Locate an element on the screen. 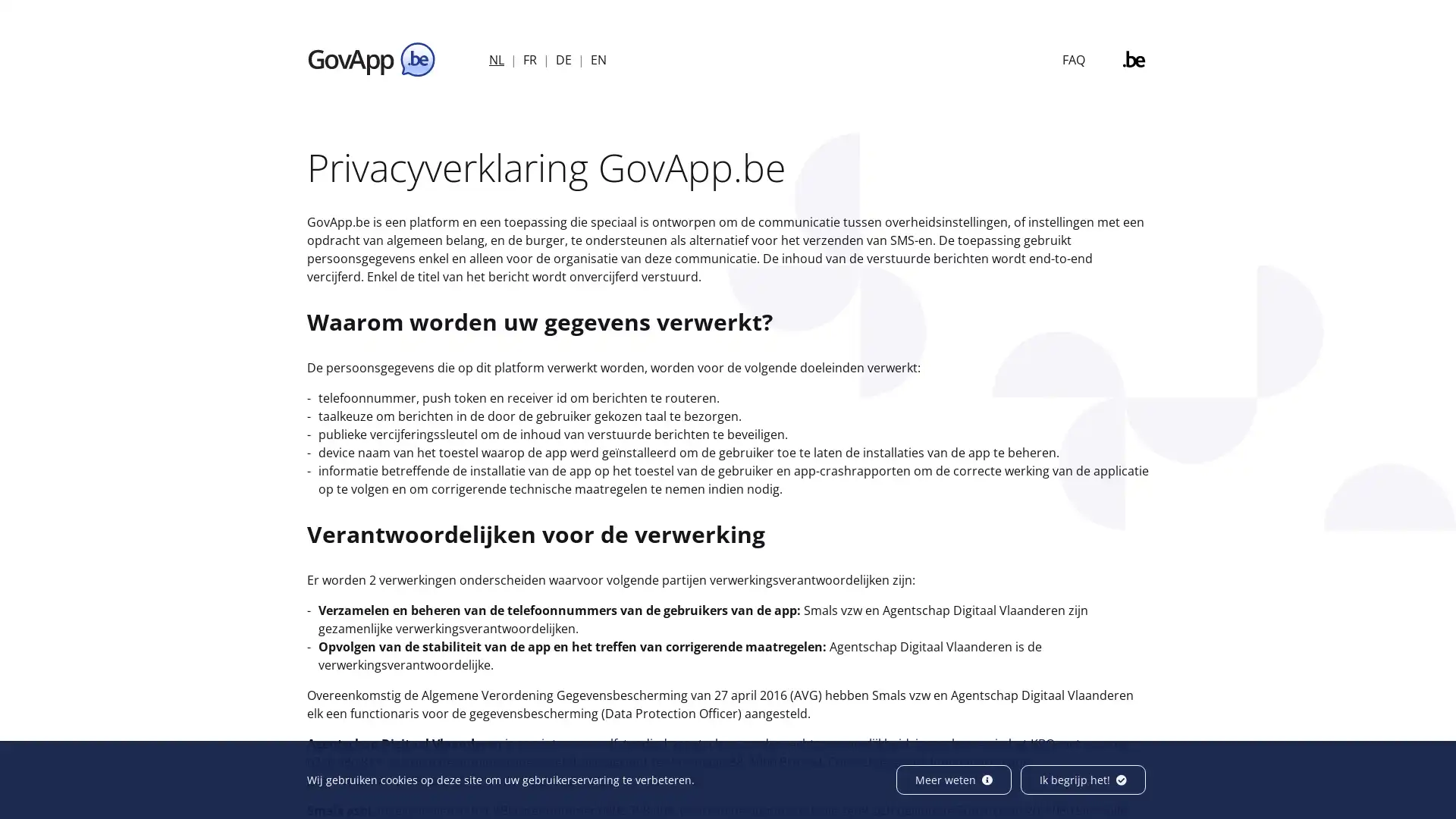 This screenshot has height=819, width=1456. Ik begrijp het! is located at coordinates (1082, 780).